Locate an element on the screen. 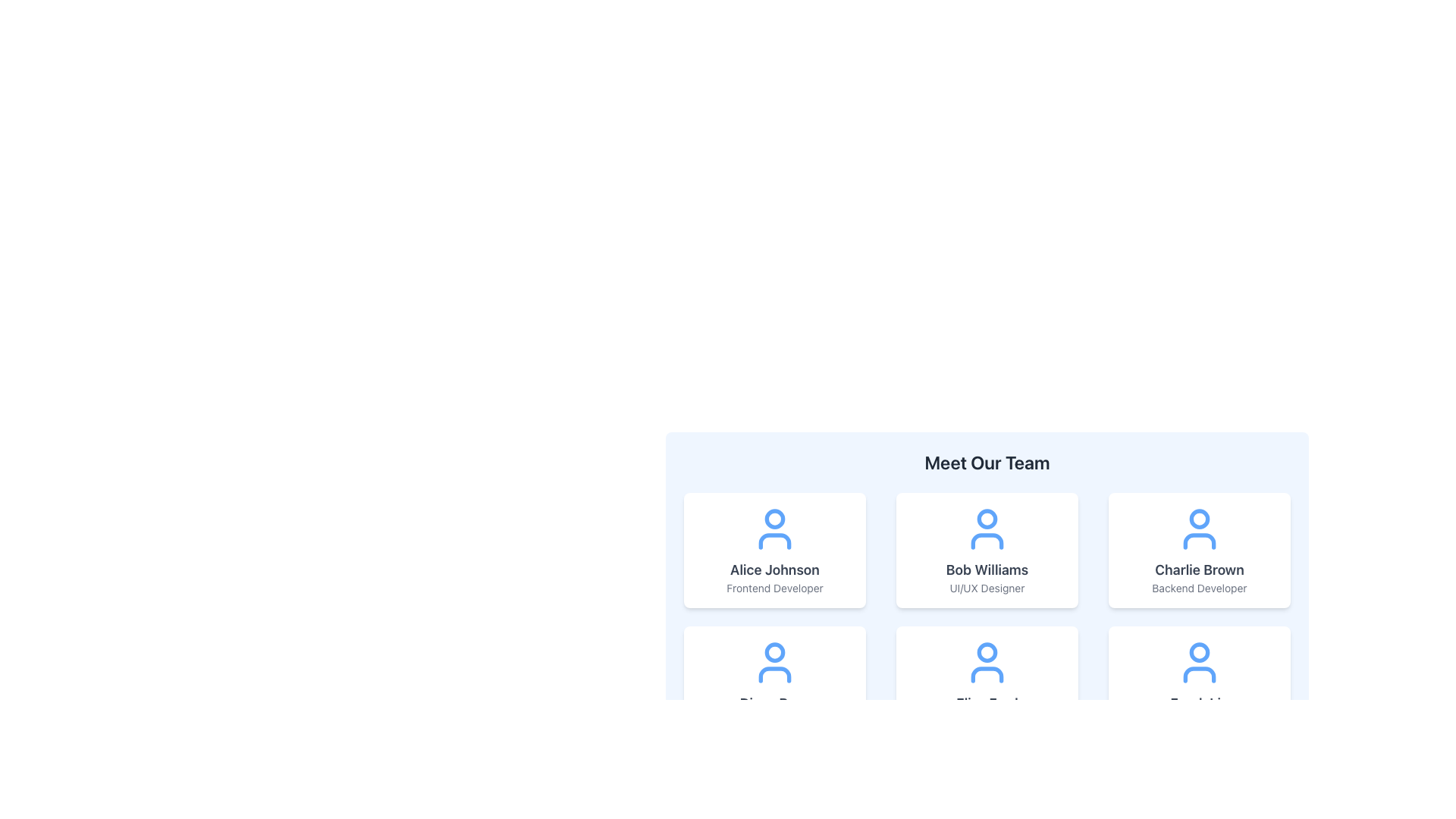 The width and height of the screenshot is (1456, 819). the Text Label that provides the job title for 'Alice Johnson' located at the bottom of the profile card is located at coordinates (775, 587).